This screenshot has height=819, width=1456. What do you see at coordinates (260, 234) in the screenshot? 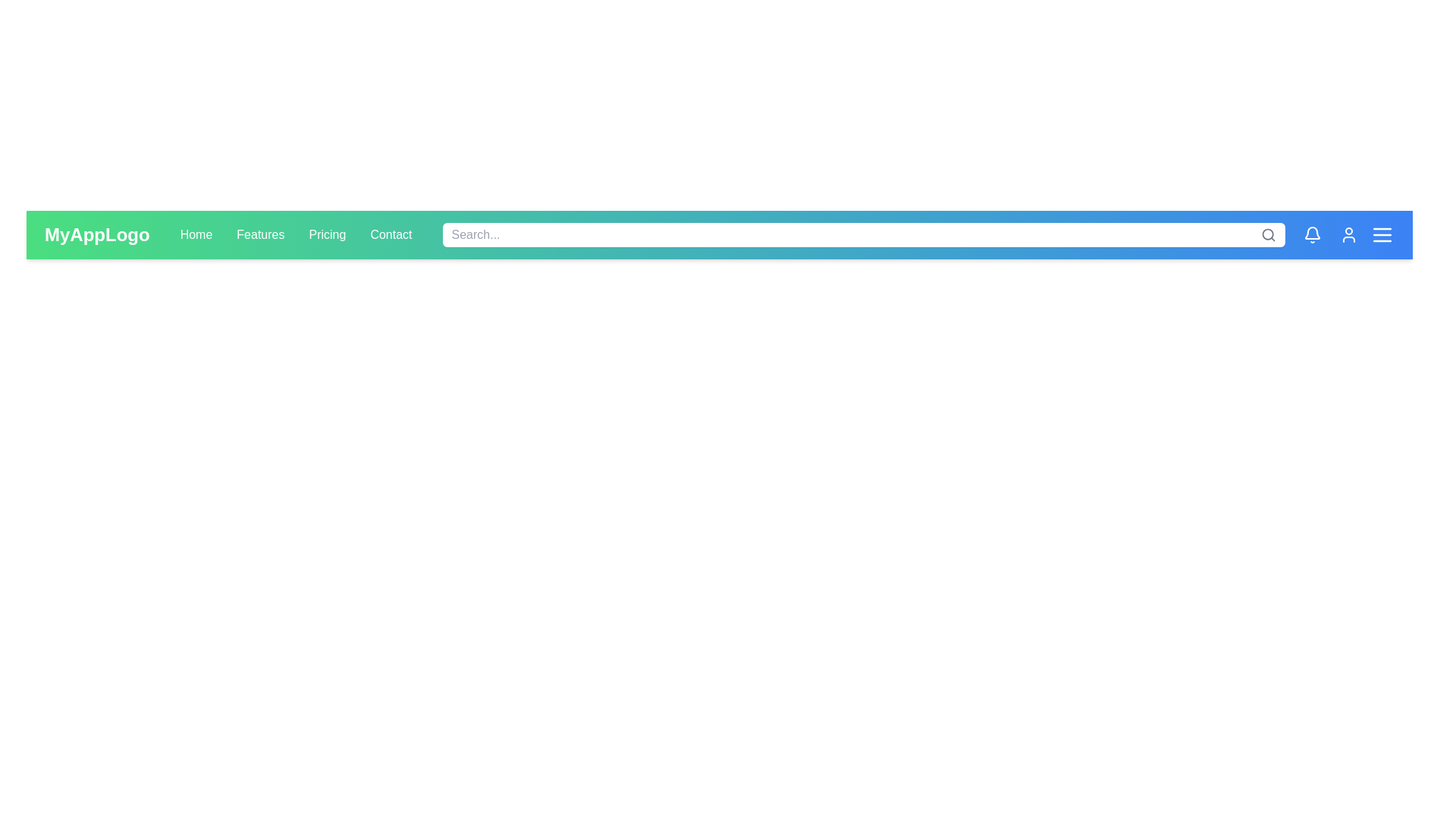
I see `the 'Features' hyperlink, which is the second item in the horizontal navigation bar, to navigate to the Features section` at bounding box center [260, 234].